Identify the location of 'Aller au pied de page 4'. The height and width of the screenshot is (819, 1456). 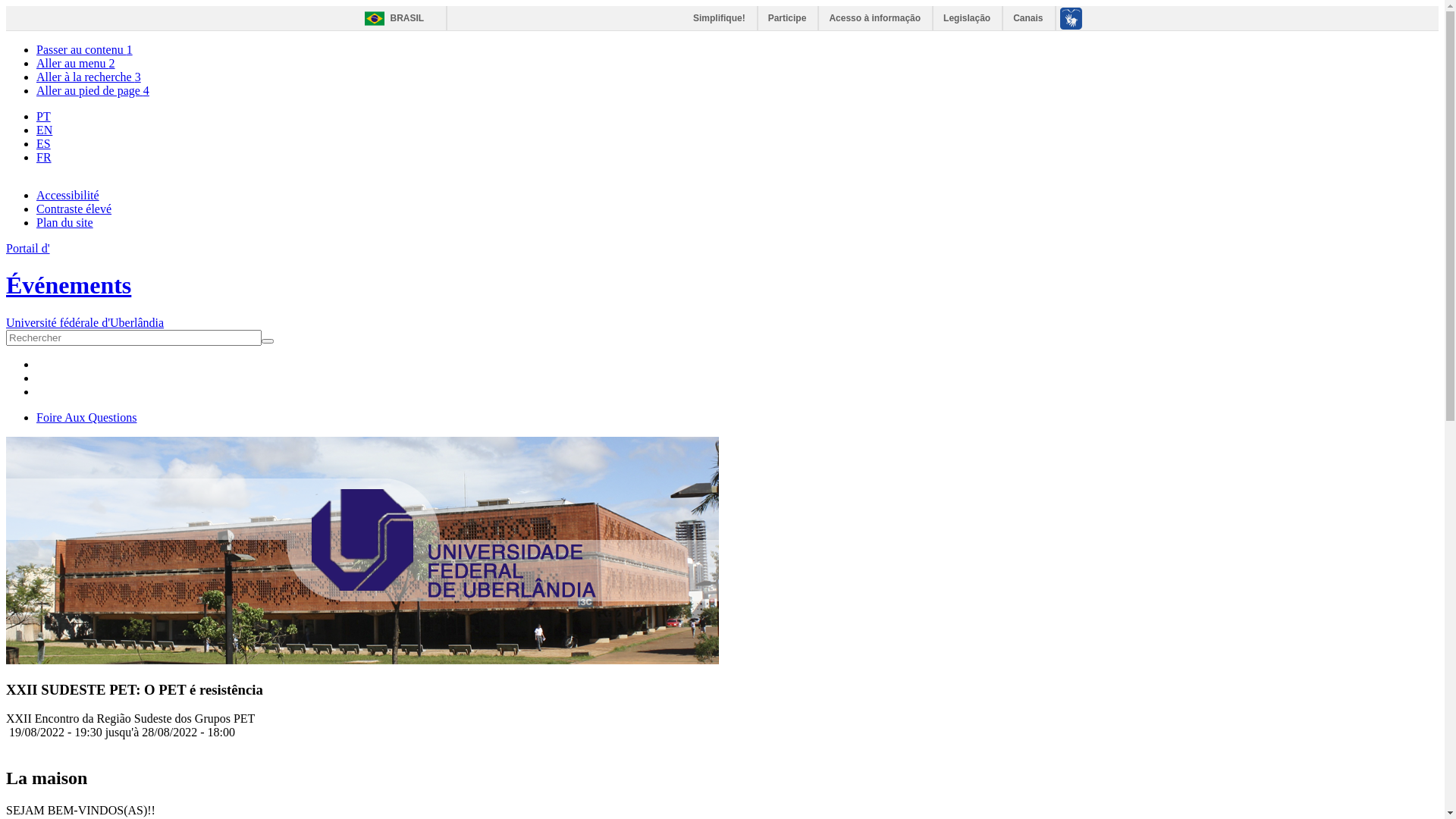
(92, 90).